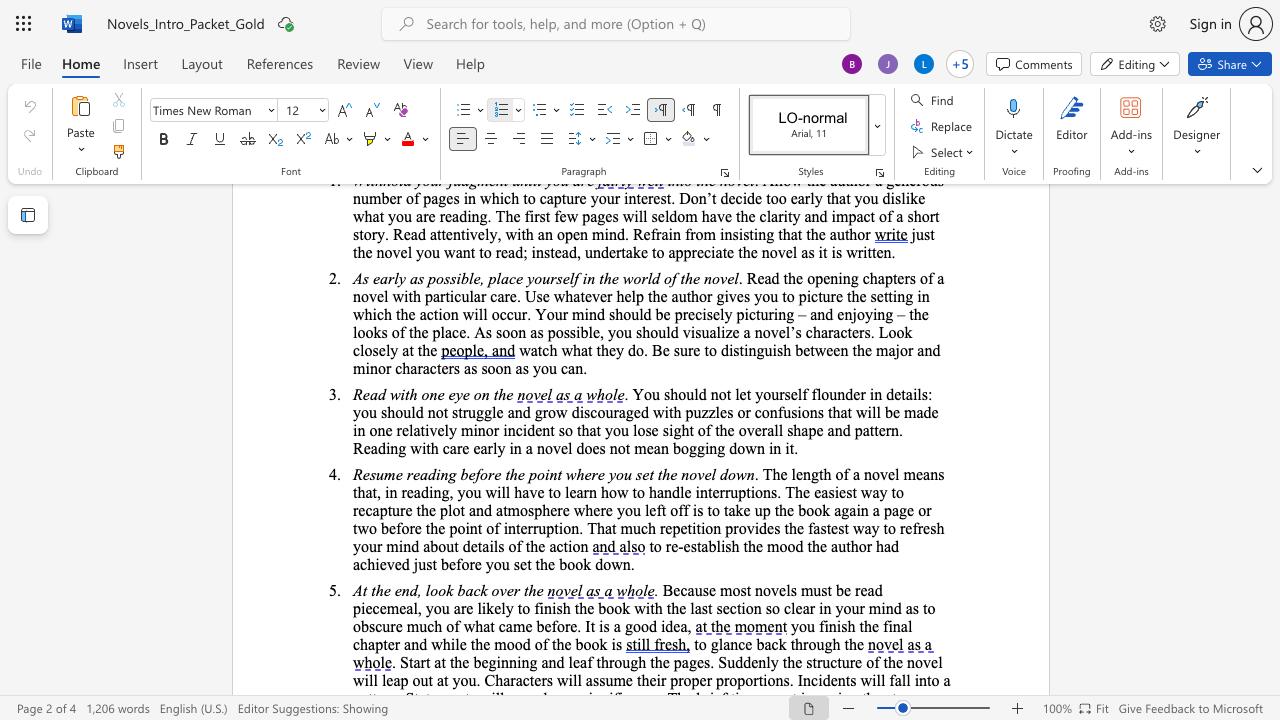 Image resolution: width=1280 pixels, height=720 pixels. Describe the element at coordinates (499, 589) in the screenshot. I see `the space between the continuous character "o" and "v" in the text` at that location.